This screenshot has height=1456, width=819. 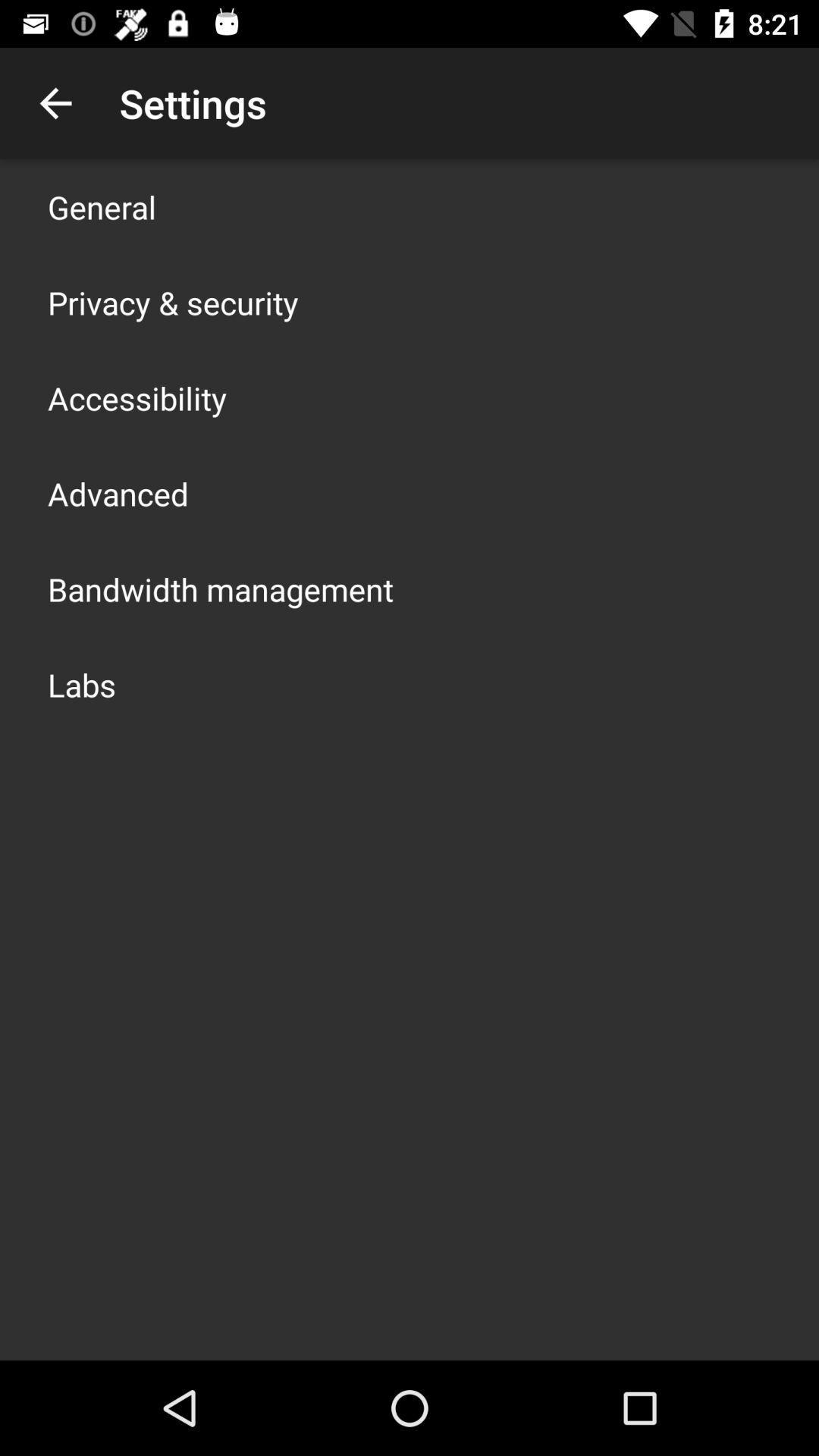 What do you see at coordinates (220, 588) in the screenshot?
I see `the app above labs app` at bounding box center [220, 588].